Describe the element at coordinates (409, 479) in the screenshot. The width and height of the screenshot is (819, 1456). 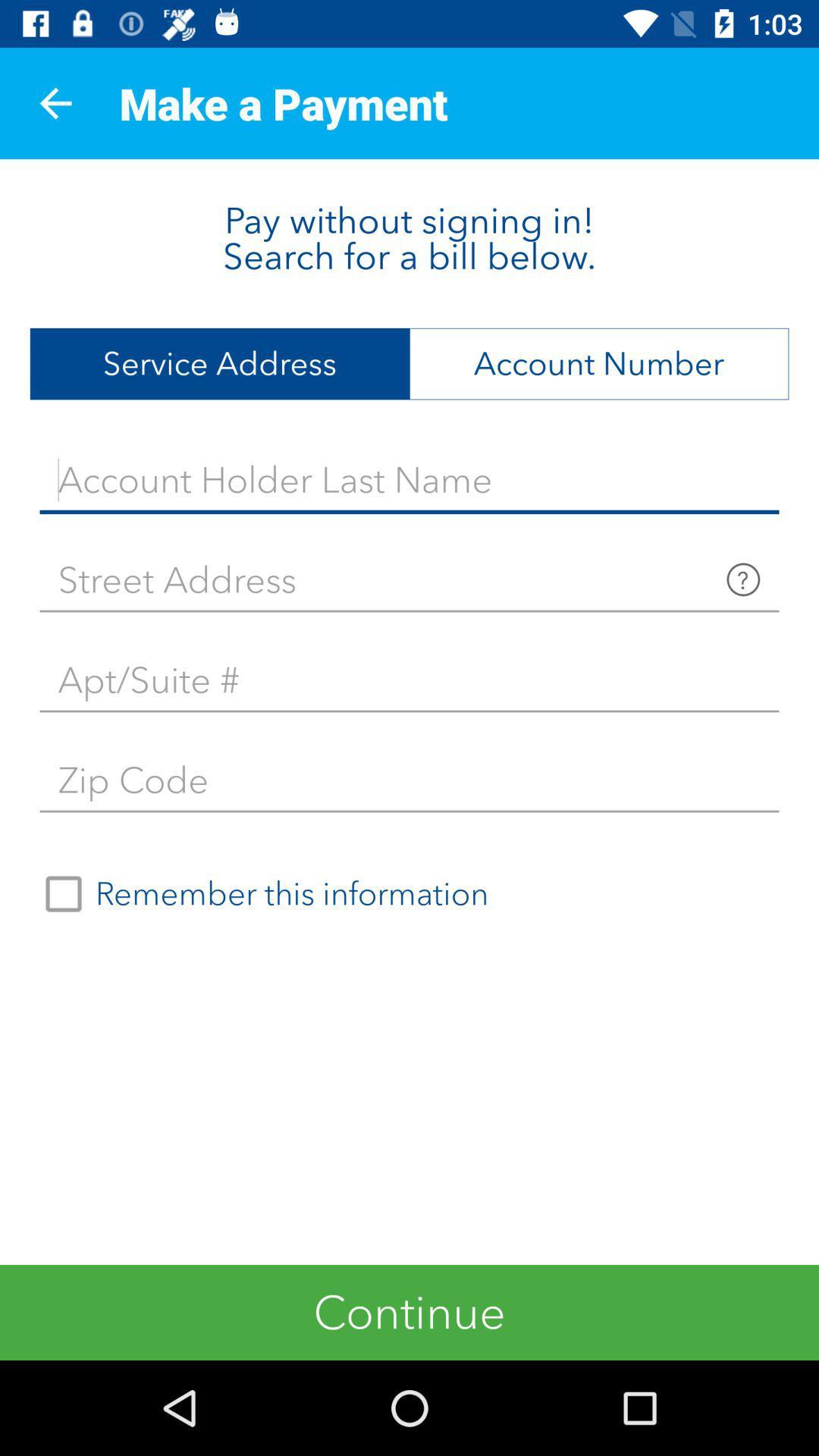
I see `the icon below the service address item` at that location.